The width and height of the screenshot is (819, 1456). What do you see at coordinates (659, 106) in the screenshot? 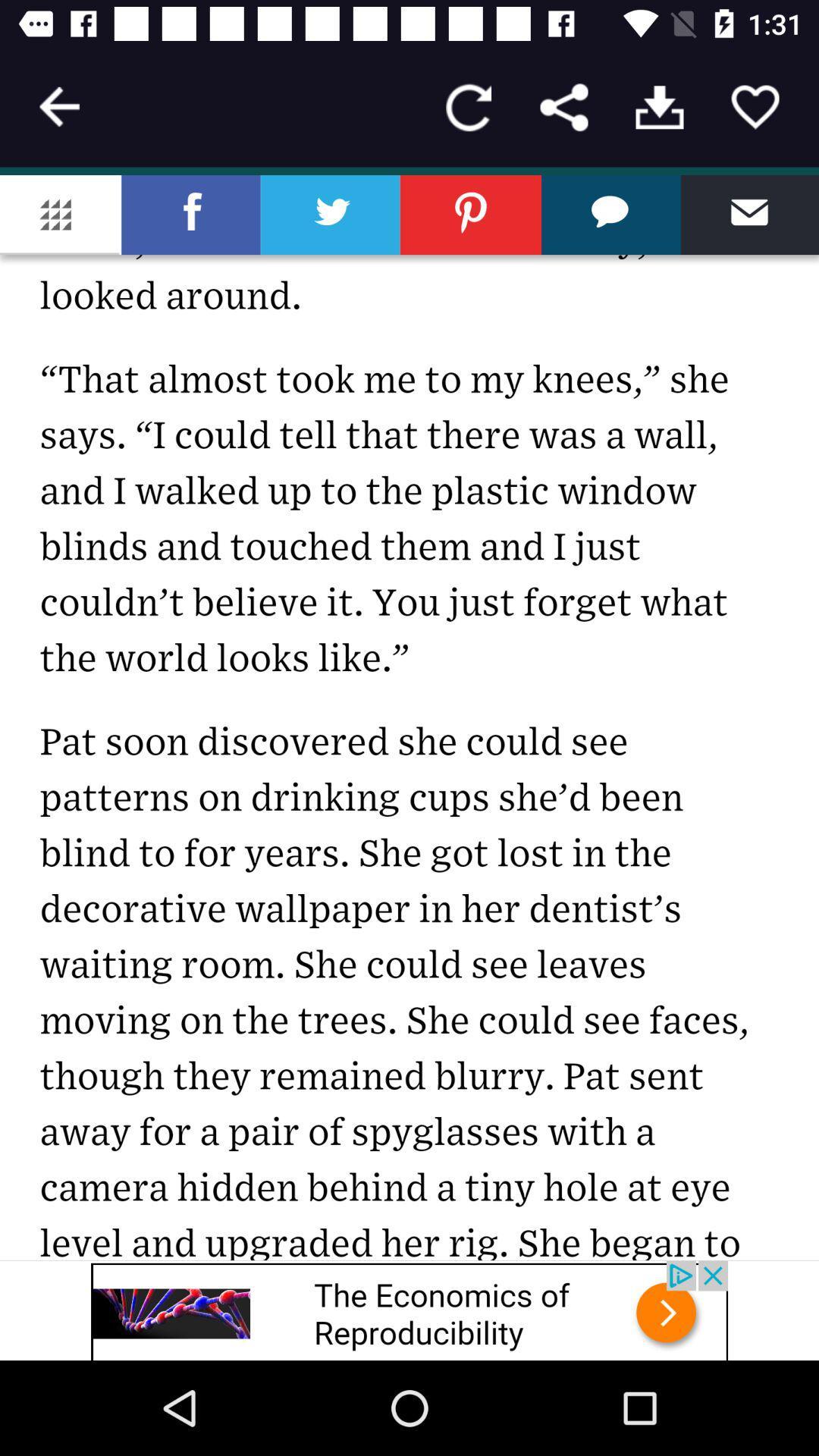
I see `download icon` at bounding box center [659, 106].